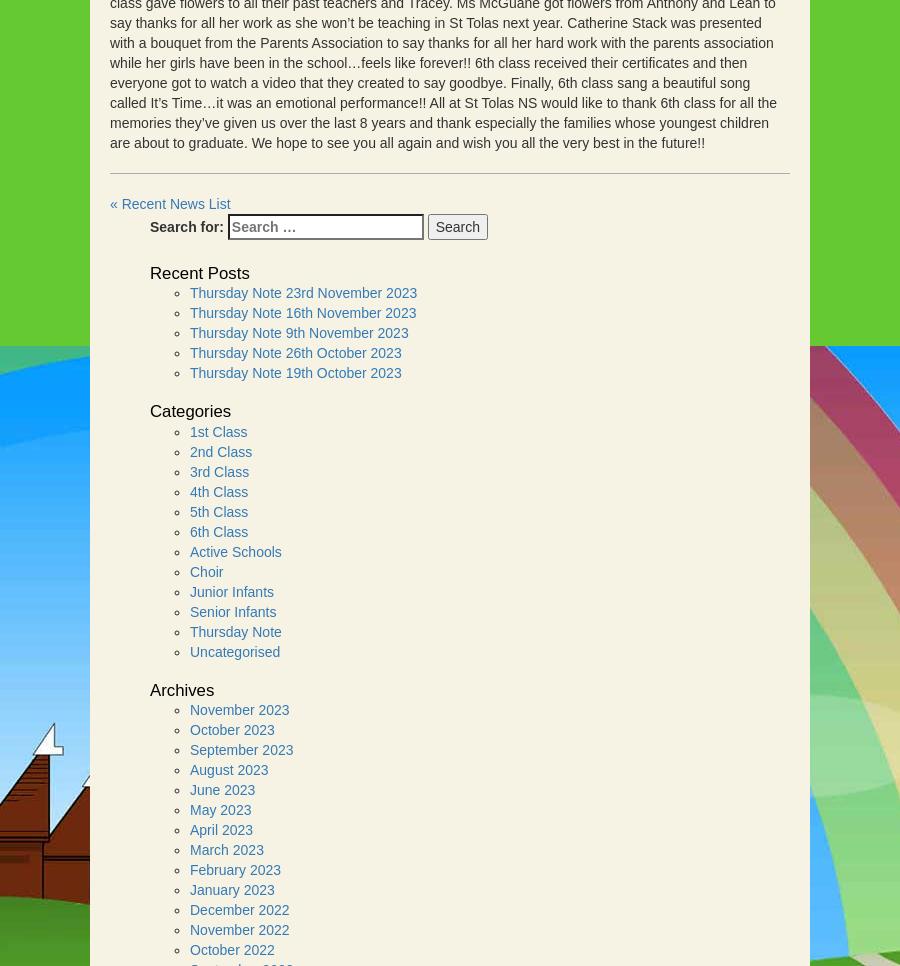  What do you see at coordinates (240, 750) in the screenshot?
I see `'September 2023'` at bounding box center [240, 750].